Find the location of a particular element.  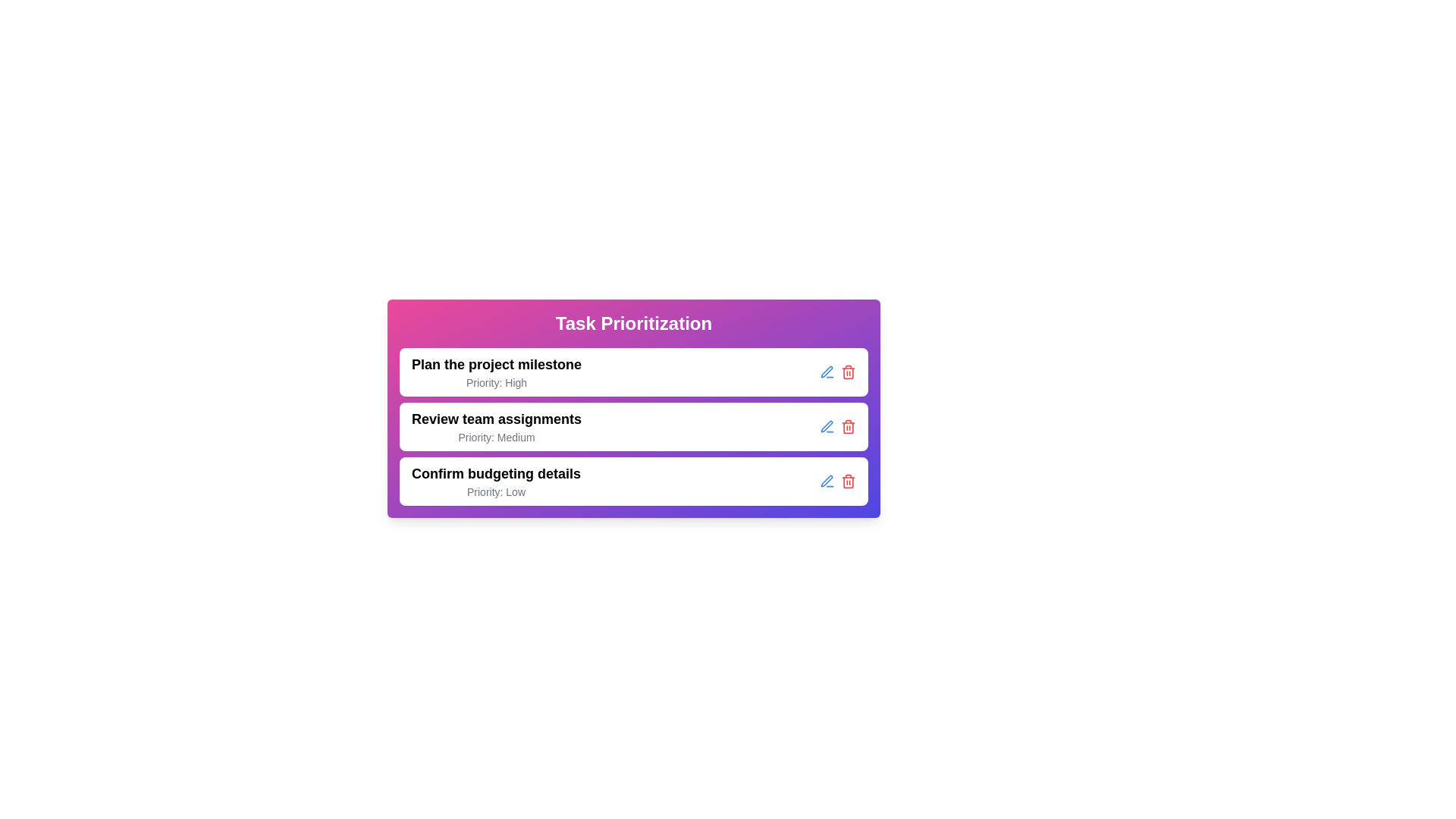

the outlined trash can icon button, which is red and located to the far right of the task titled 'Confirm budgeting details' is located at coordinates (847, 482).